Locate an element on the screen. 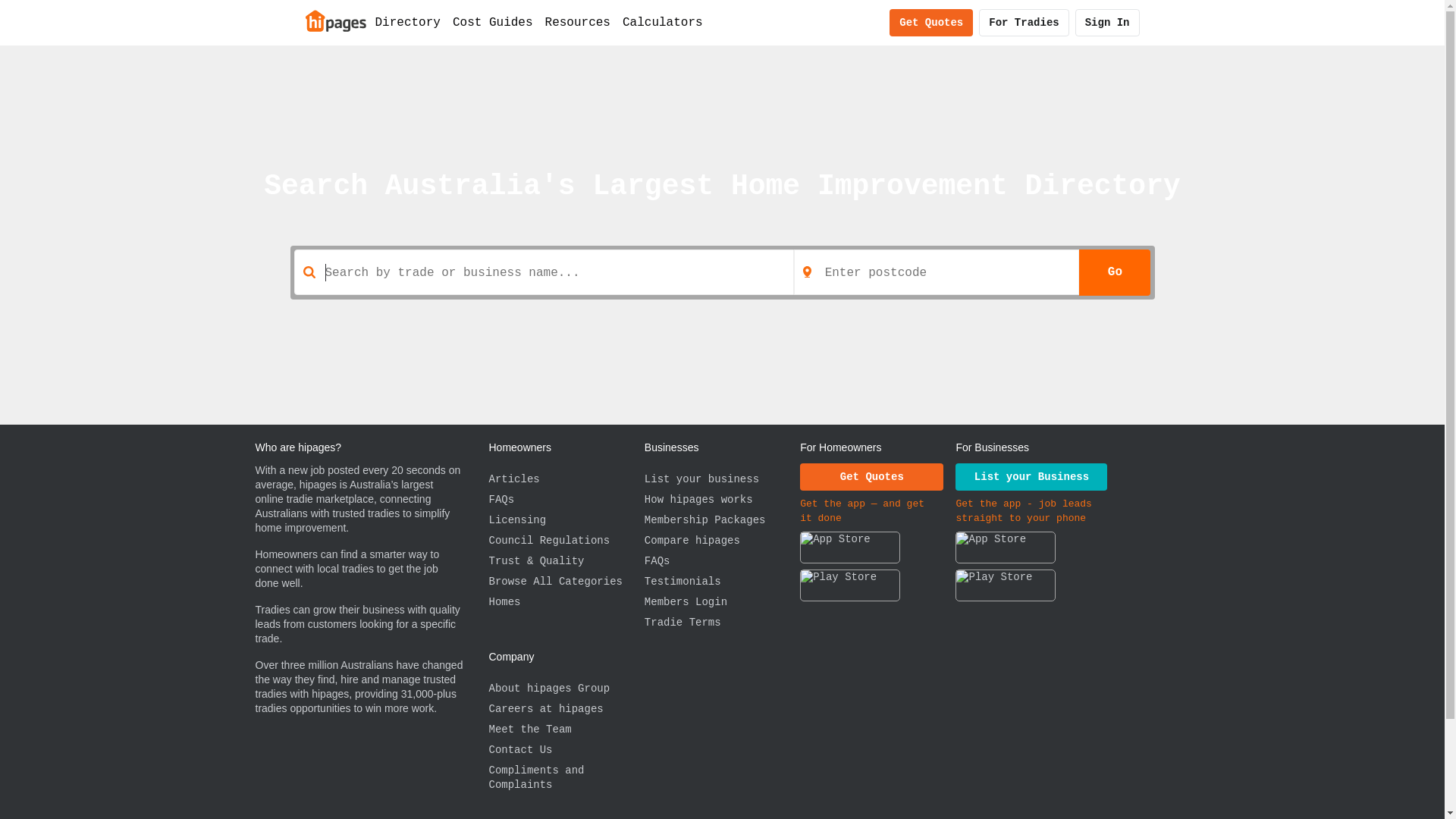 The image size is (1456, 819). 'Licensing' is located at coordinates (565, 519).